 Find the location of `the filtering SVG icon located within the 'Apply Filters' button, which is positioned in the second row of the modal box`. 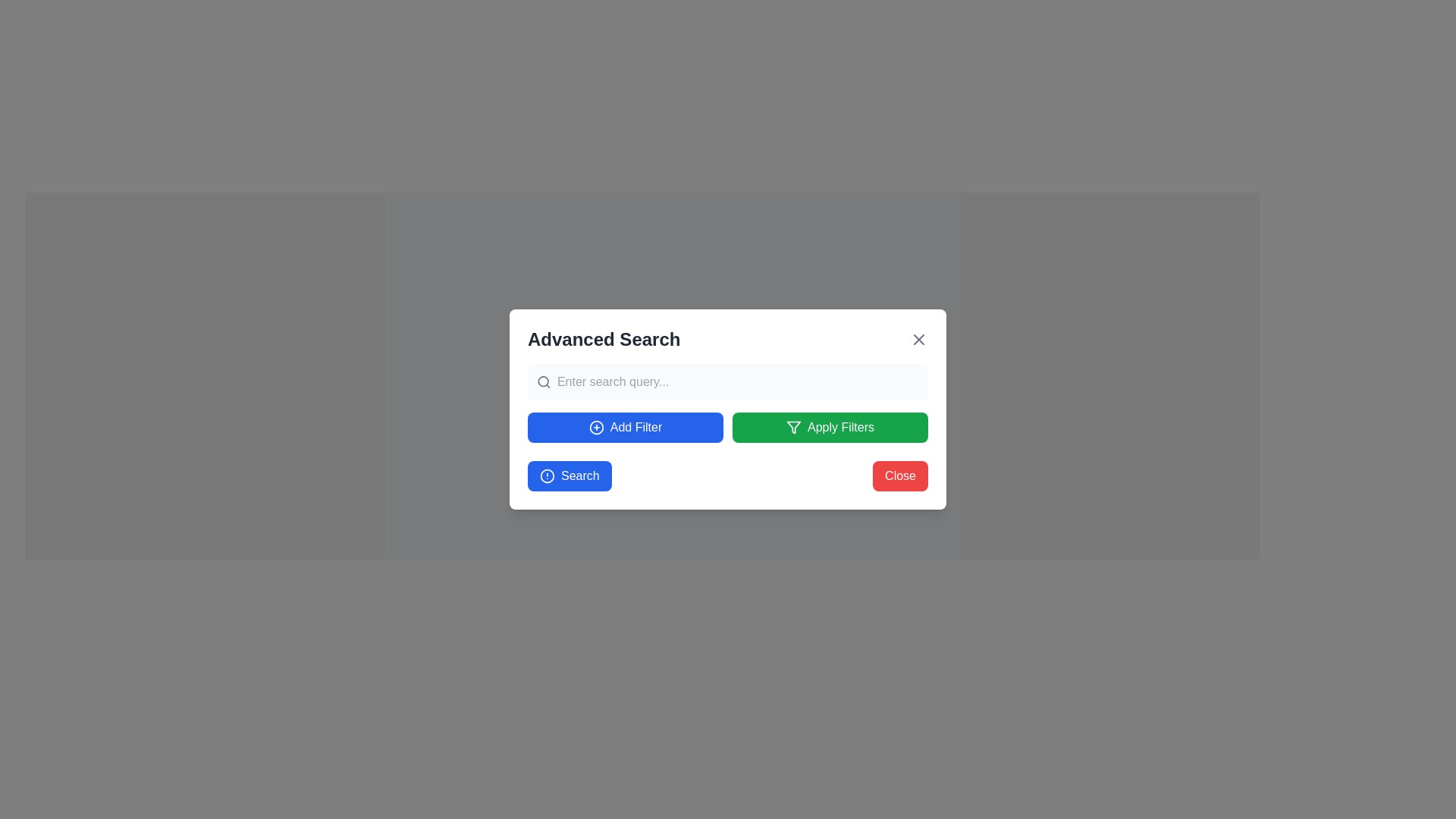

the filtering SVG icon located within the 'Apply Filters' button, which is positioned in the second row of the modal box is located at coordinates (792, 427).